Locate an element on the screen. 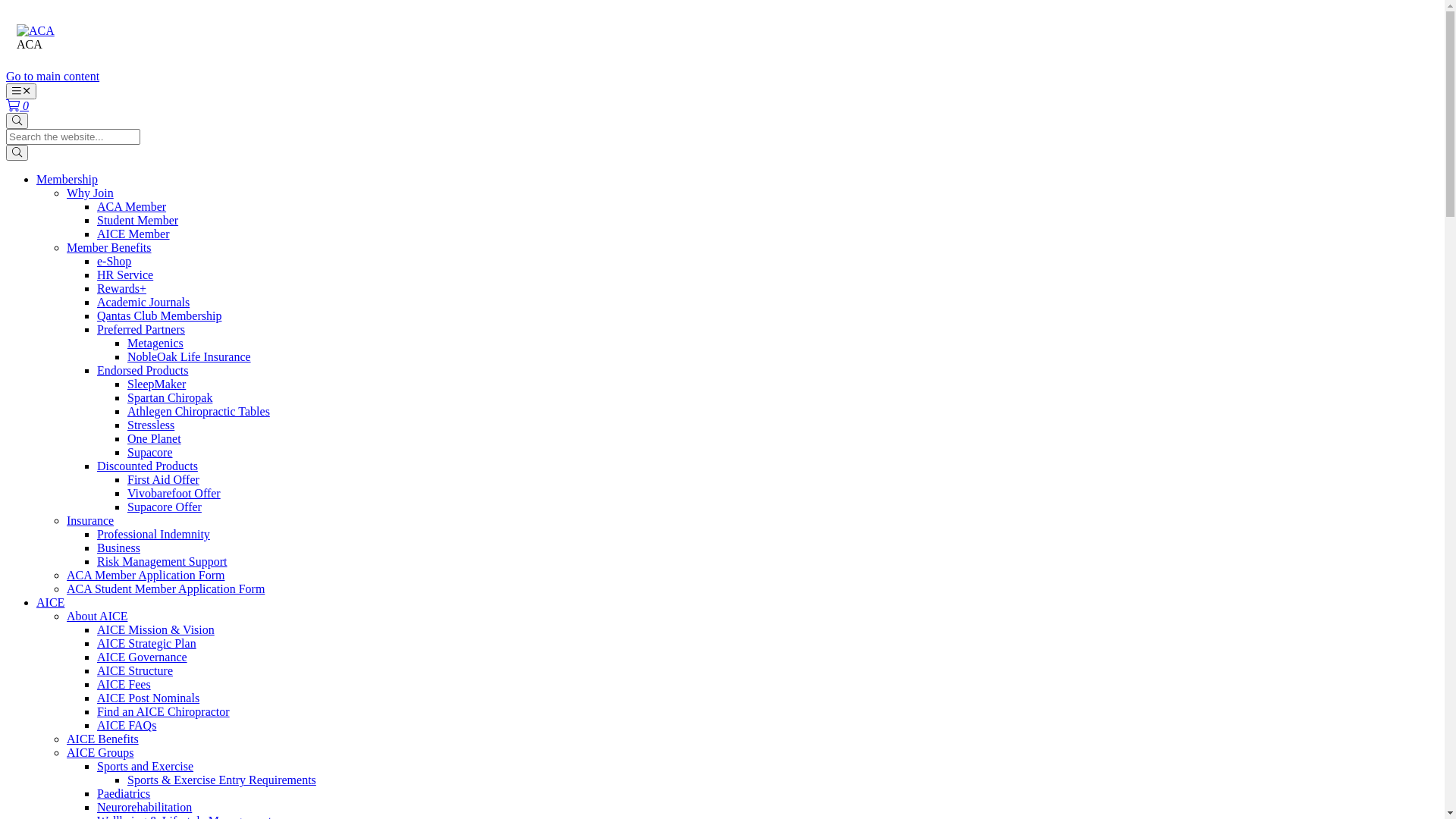 The image size is (1456, 819). 'Sports & Exercise Entry Requirements' is located at coordinates (221, 780).